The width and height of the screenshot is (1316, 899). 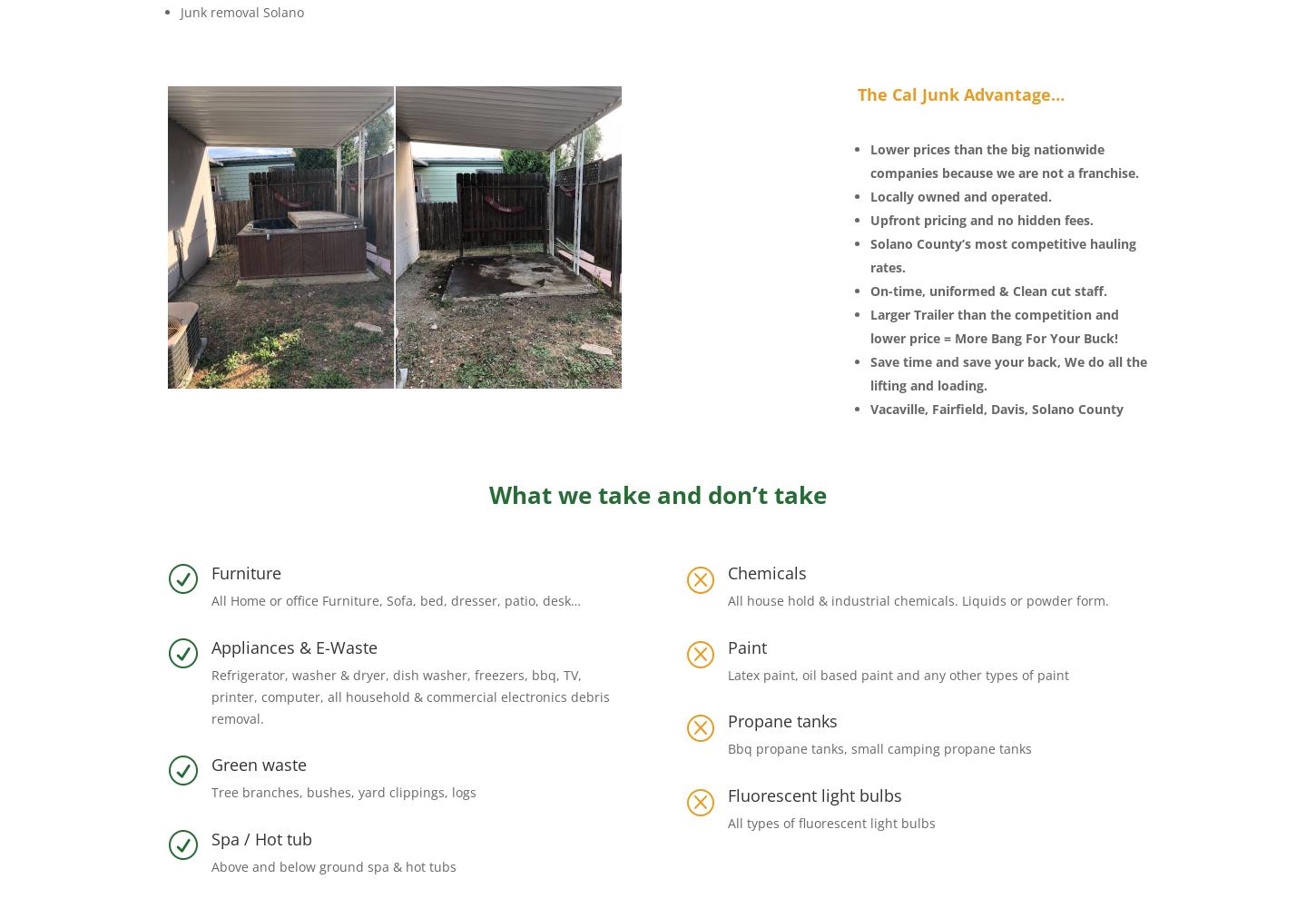 I want to click on 'Furniture', so click(x=211, y=572).